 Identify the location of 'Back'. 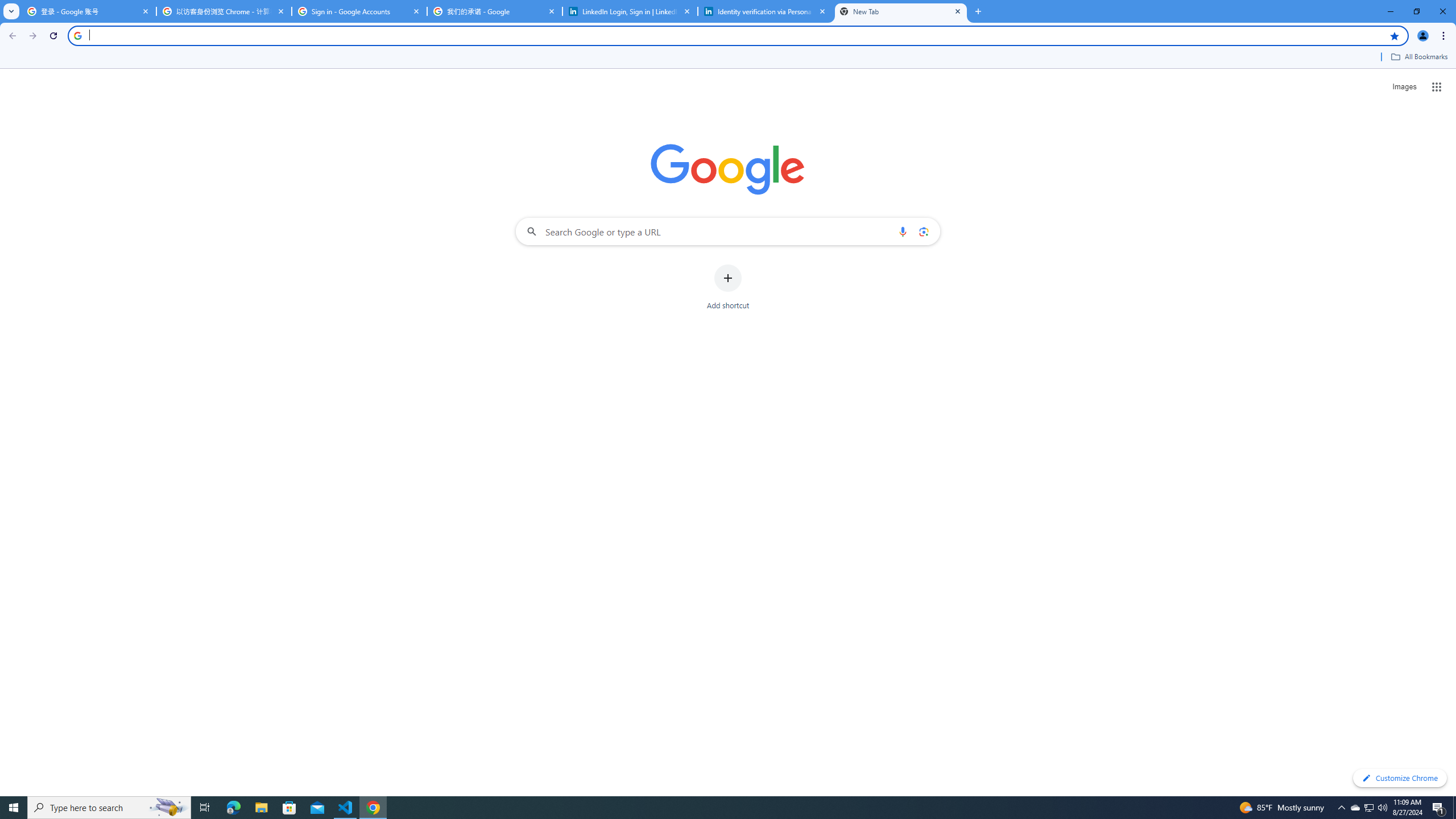
(11, 35).